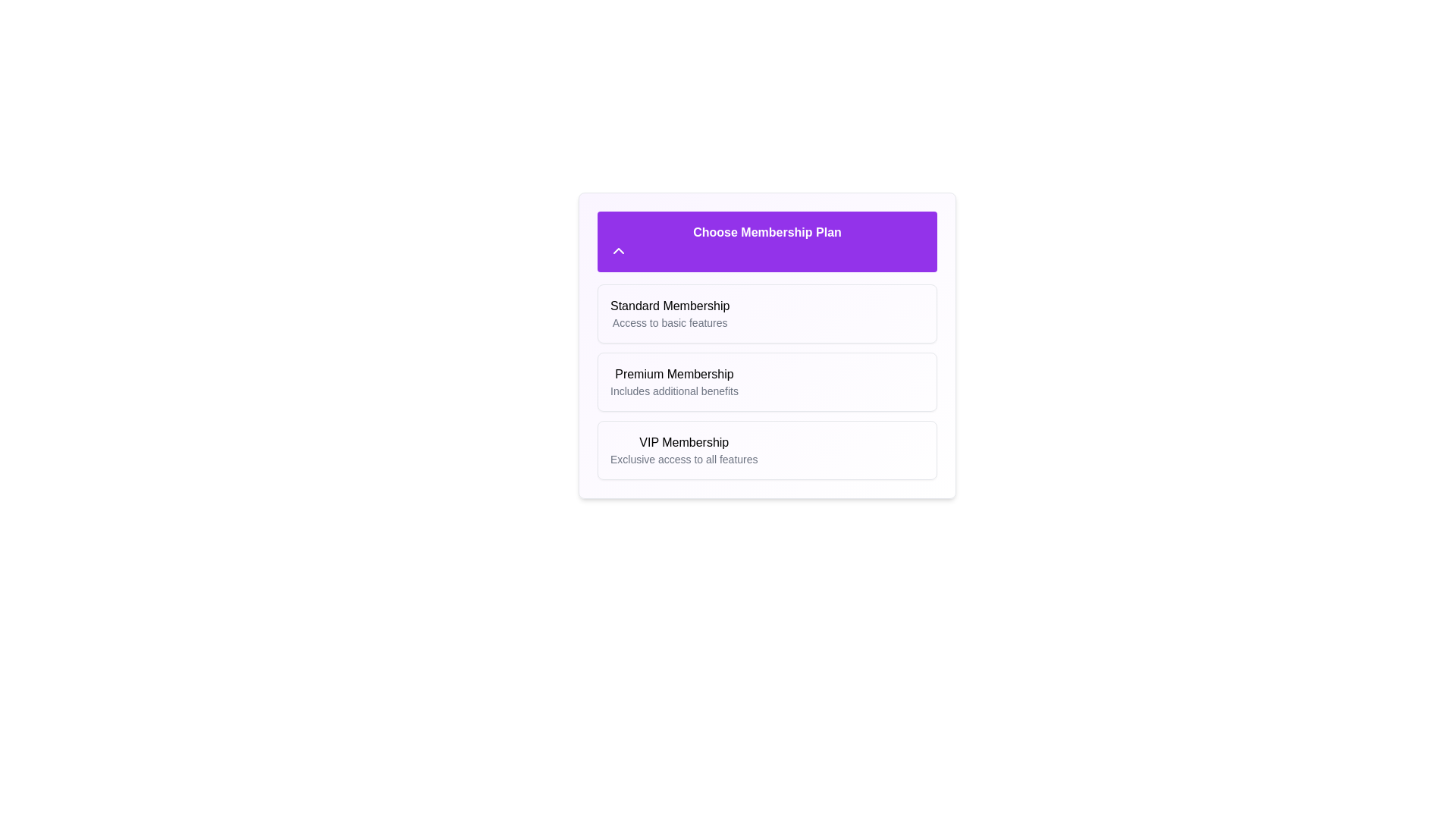 This screenshot has height=819, width=1456. What do you see at coordinates (669, 322) in the screenshot?
I see `text on the label stating 'Access to basic features', which is styled in light gray and located below the 'Standard Membership' heading in the first membership option section` at bounding box center [669, 322].